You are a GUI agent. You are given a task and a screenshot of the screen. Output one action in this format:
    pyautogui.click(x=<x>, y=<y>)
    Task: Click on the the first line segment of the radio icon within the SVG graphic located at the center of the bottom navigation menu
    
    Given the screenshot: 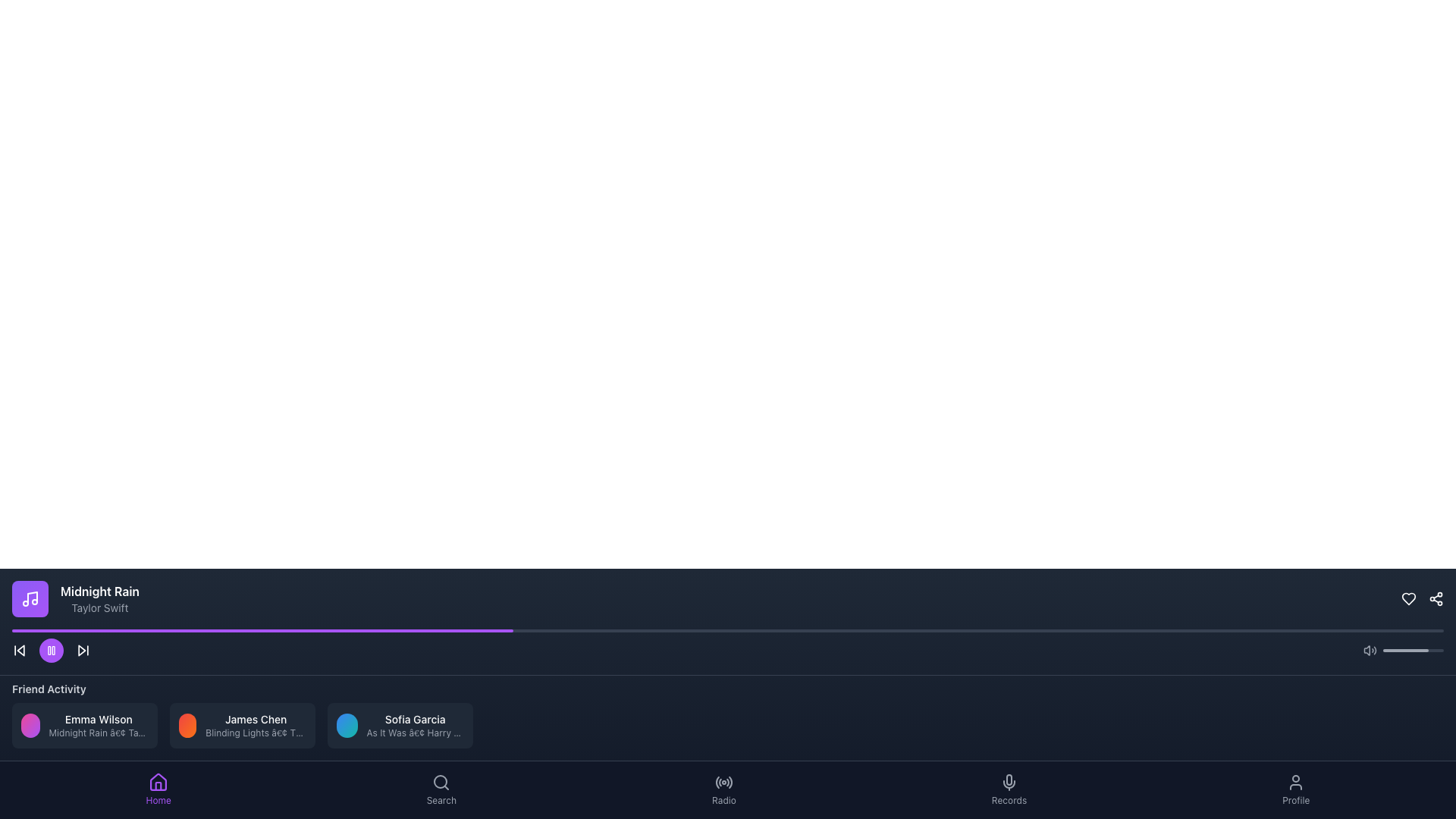 What is the action you would take?
    pyautogui.click(x=717, y=783)
    